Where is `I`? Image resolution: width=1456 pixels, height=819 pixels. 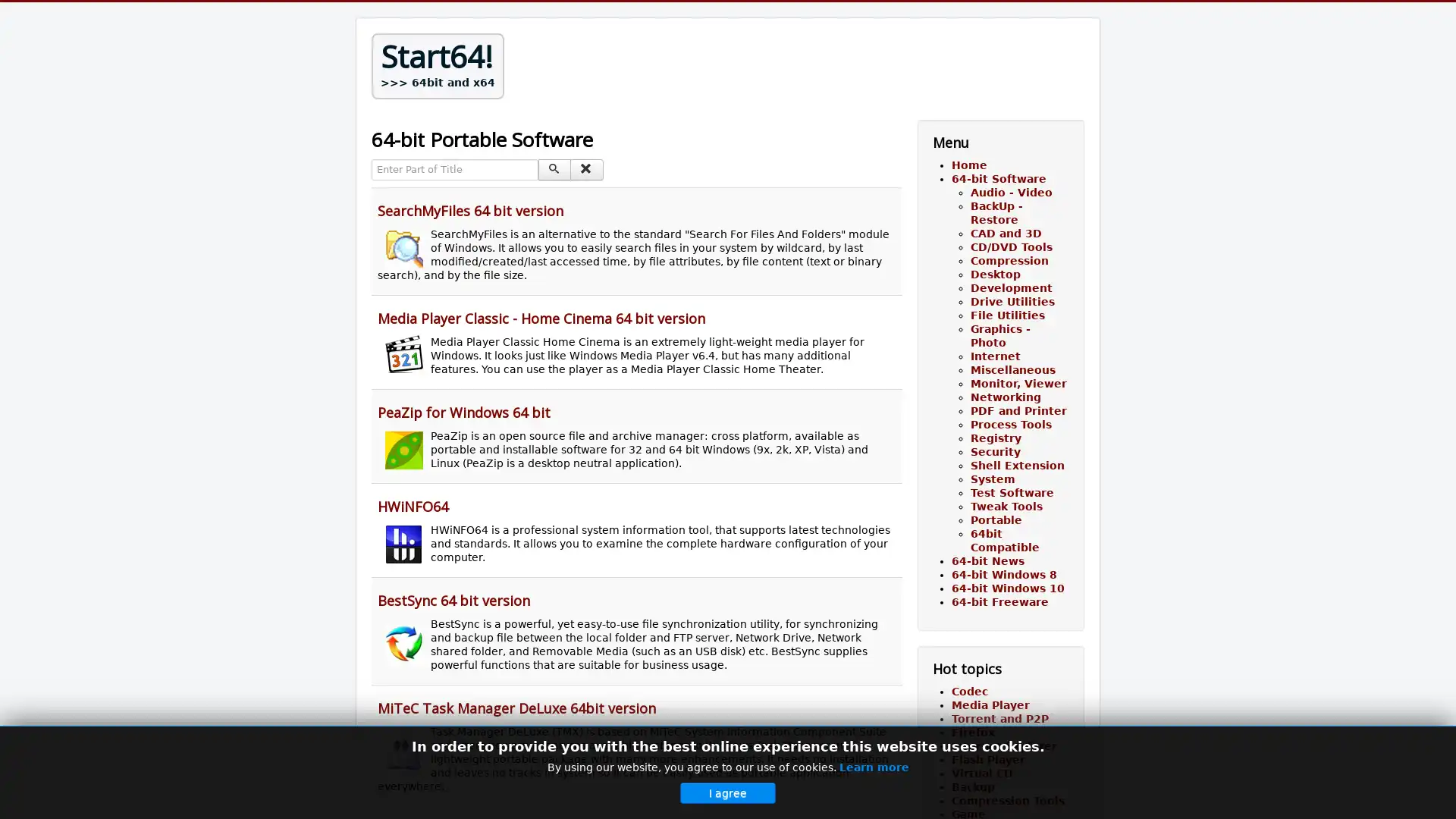 I is located at coordinates (585, 169).